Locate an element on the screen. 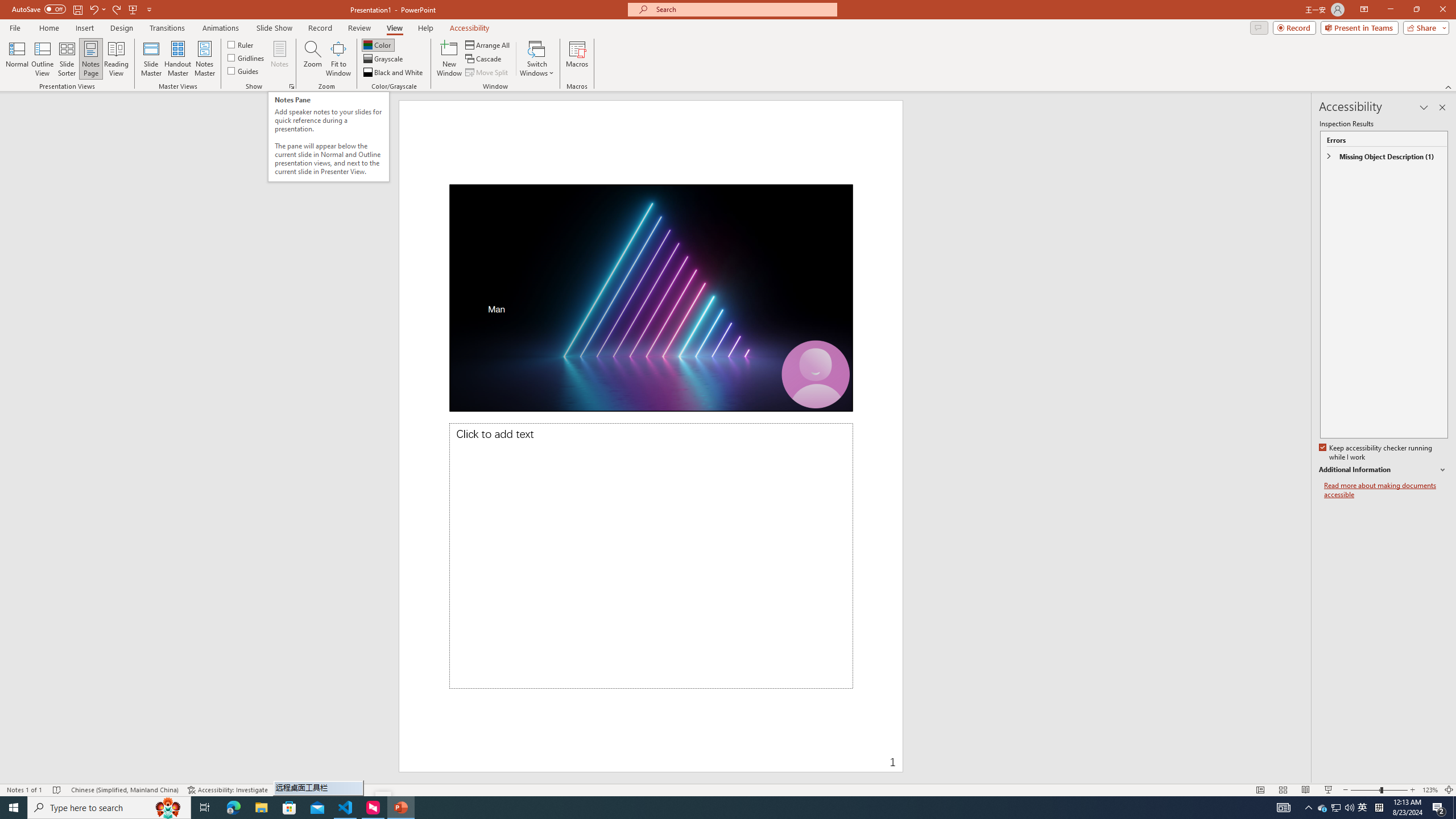  'Slide Master' is located at coordinates (151, 59).